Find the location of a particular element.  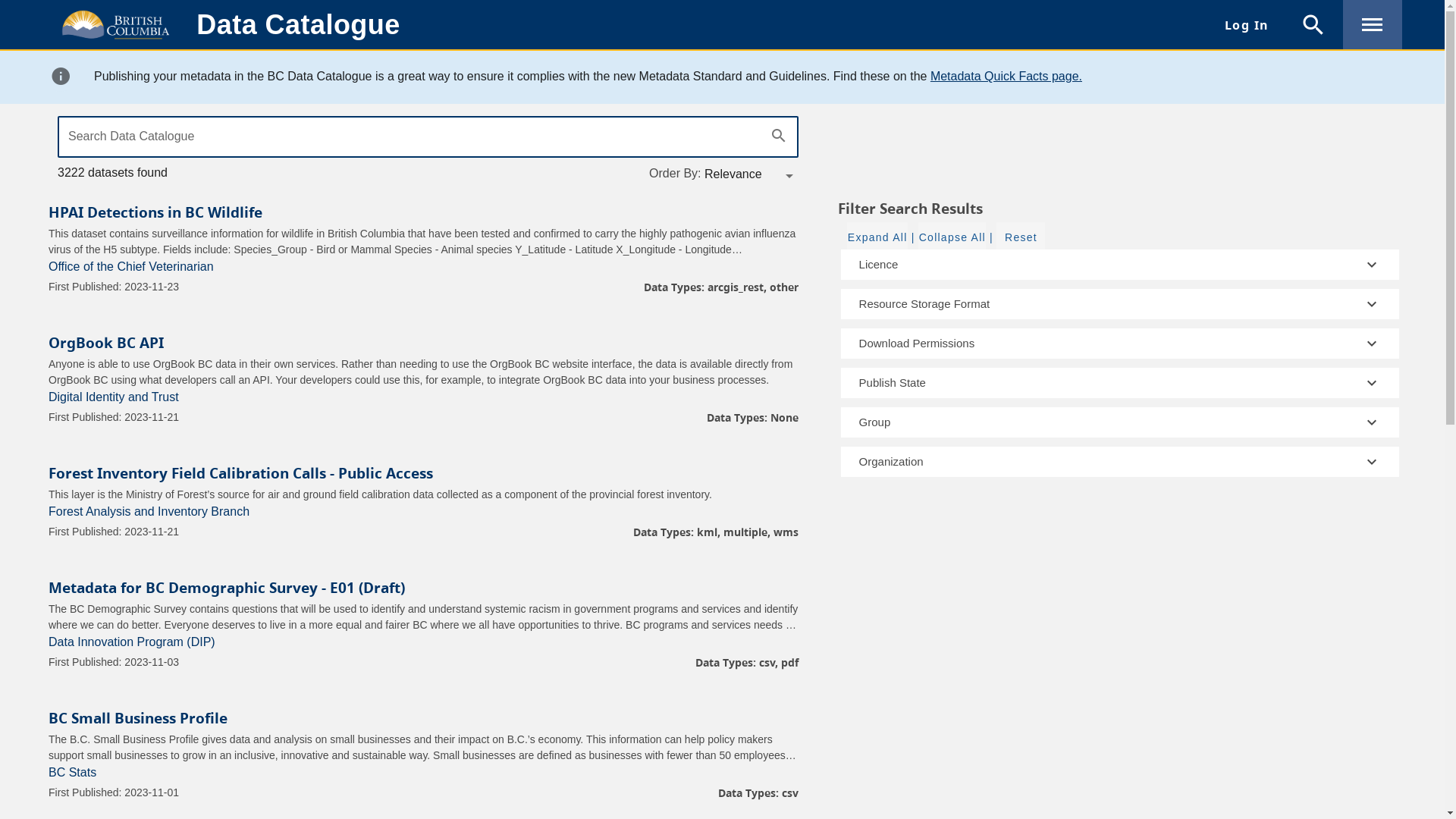

'HPAI Detections in BC Wildlife' is located at coordinates (155, 212).